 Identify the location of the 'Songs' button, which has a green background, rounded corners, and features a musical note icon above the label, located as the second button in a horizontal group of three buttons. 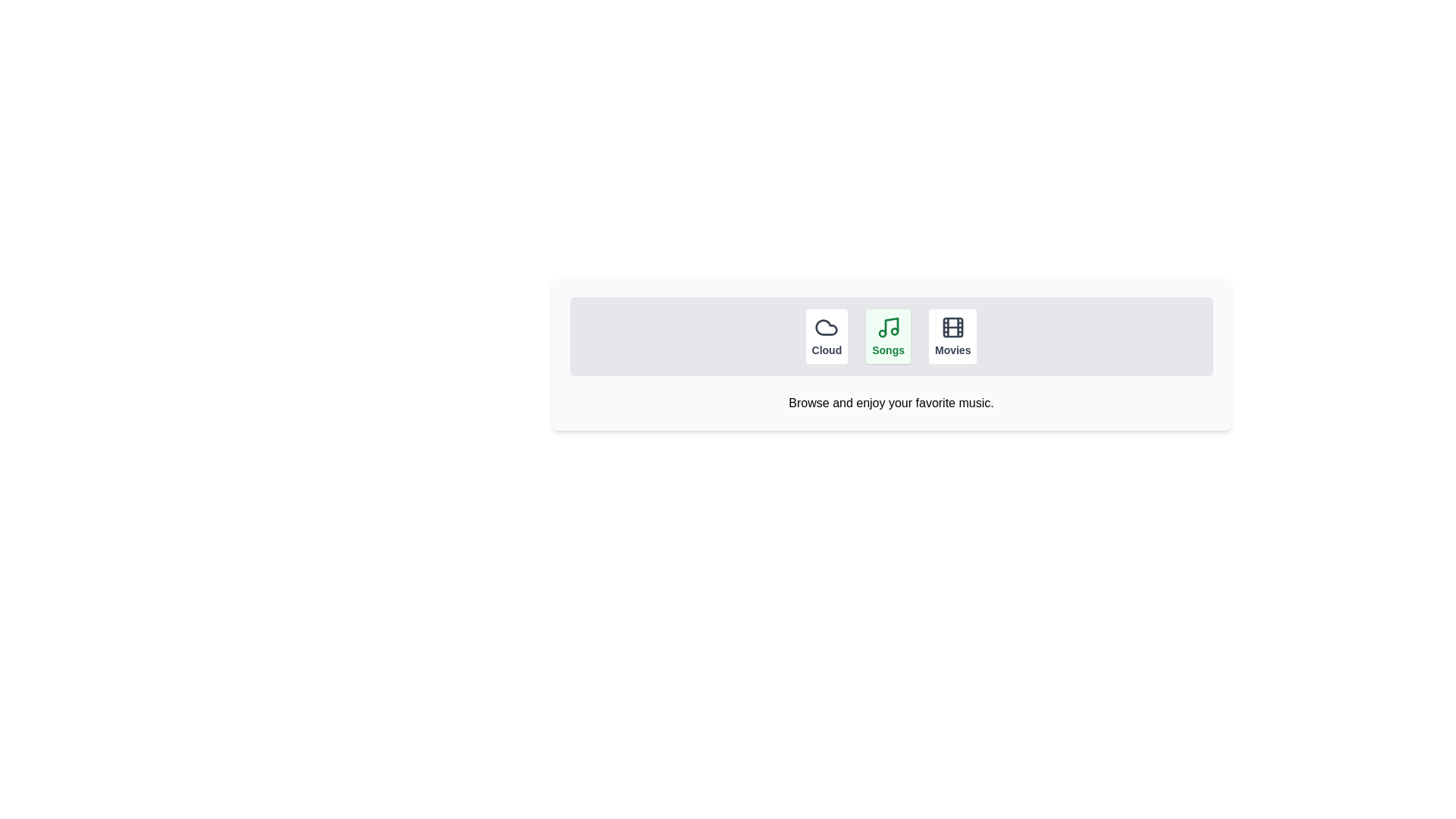
(891, 335).